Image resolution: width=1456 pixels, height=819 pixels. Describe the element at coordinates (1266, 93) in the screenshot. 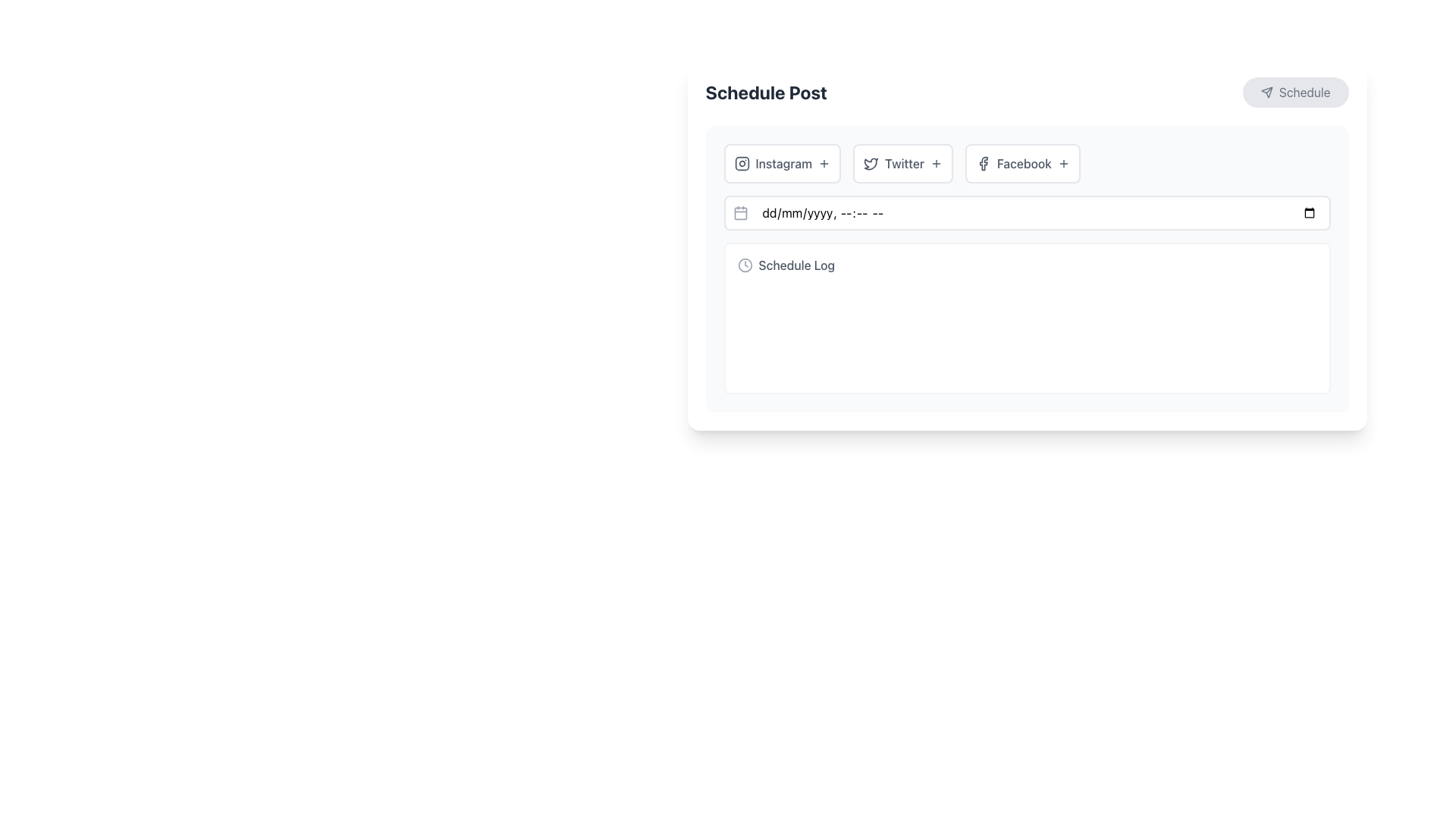

I see `the icon located at the far right upper corner of the 'Schedule' button, which is to the left of the text 'Schedule' in the 'Schedule Post' section` at that location.